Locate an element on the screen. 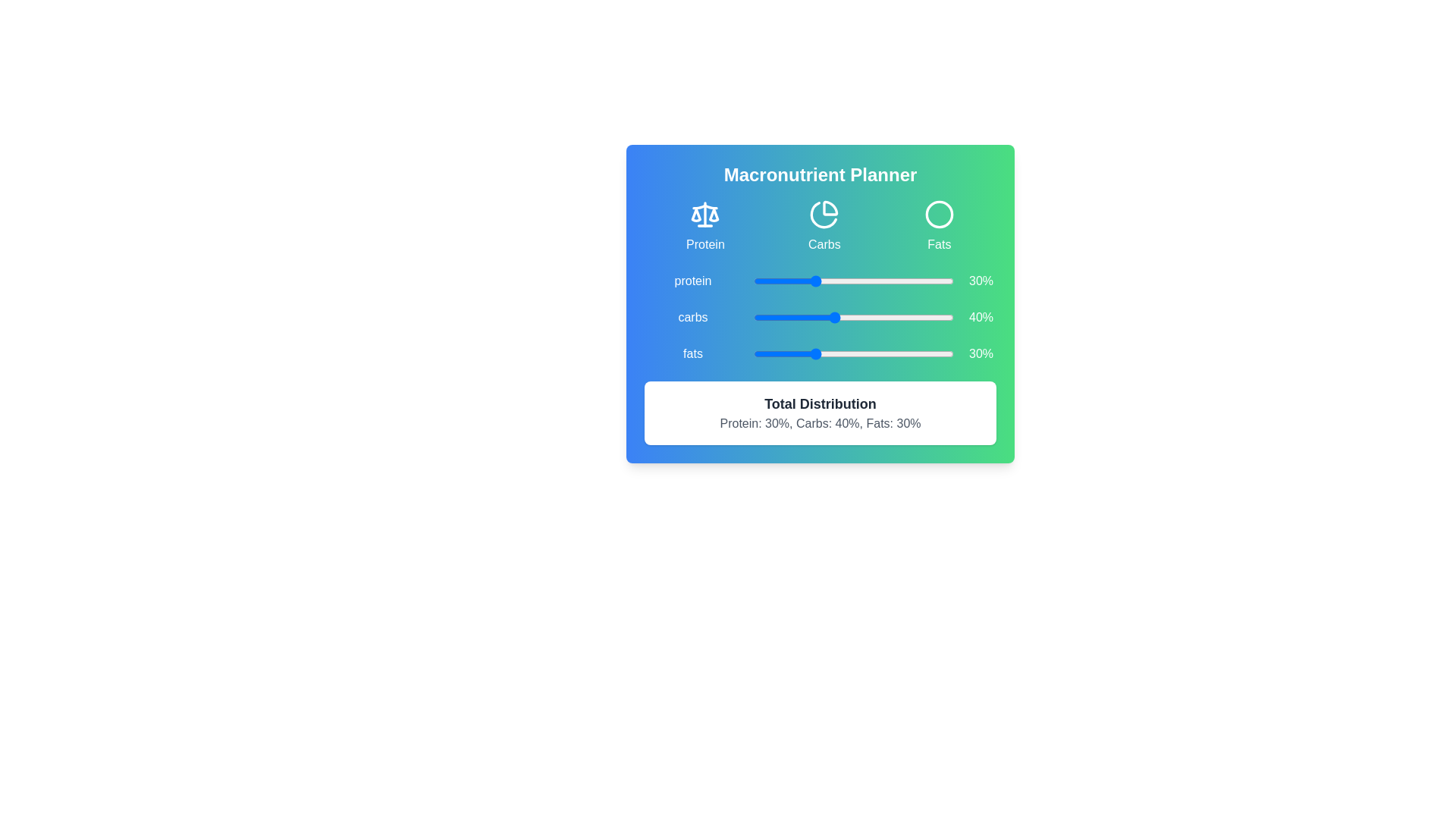 The image size is (1456, 819). the carbohydrate intake icon in the macronutrient planner, which is the second icon positioned between the protein and fats icons, located directly above the 'Carbs' label is located at coordinates (824, 214).